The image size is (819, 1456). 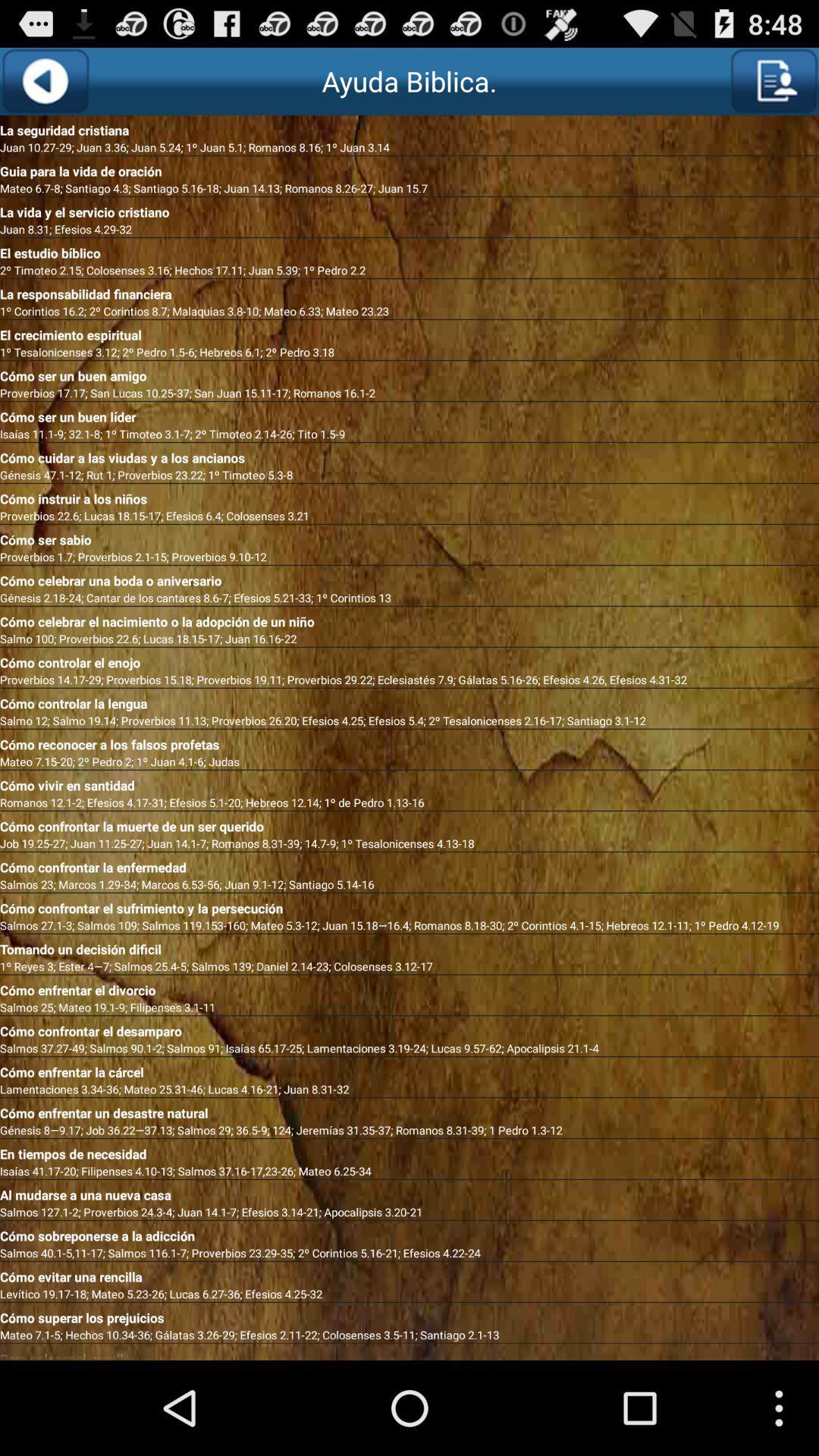 I want to click on the icon above lamentaciones 3 34 icon, so click(x=409, y=1068).